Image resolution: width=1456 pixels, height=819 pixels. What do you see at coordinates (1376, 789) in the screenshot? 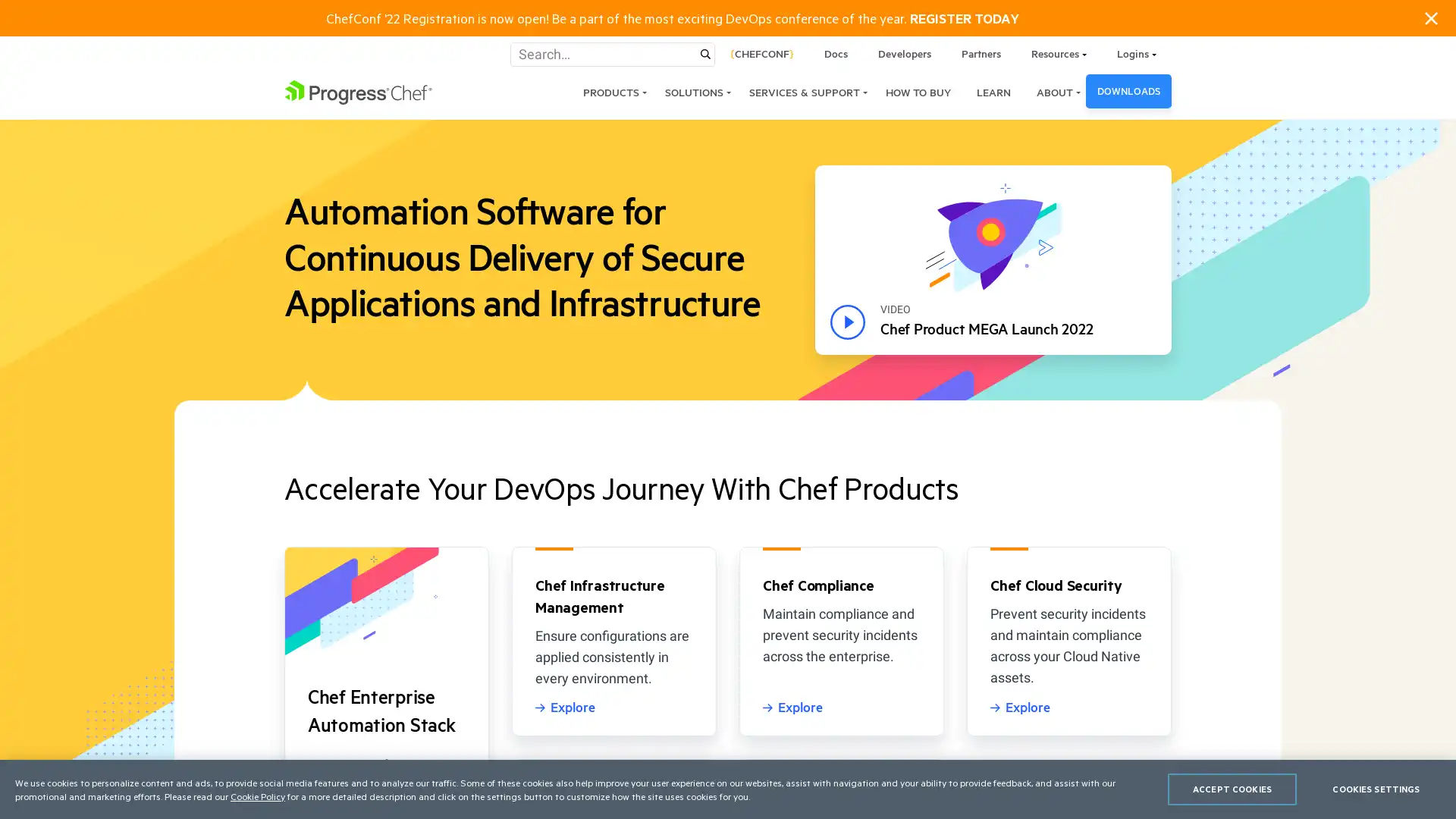
I see `COOKIES SETTINGS` at bounding box center [1376, 789].